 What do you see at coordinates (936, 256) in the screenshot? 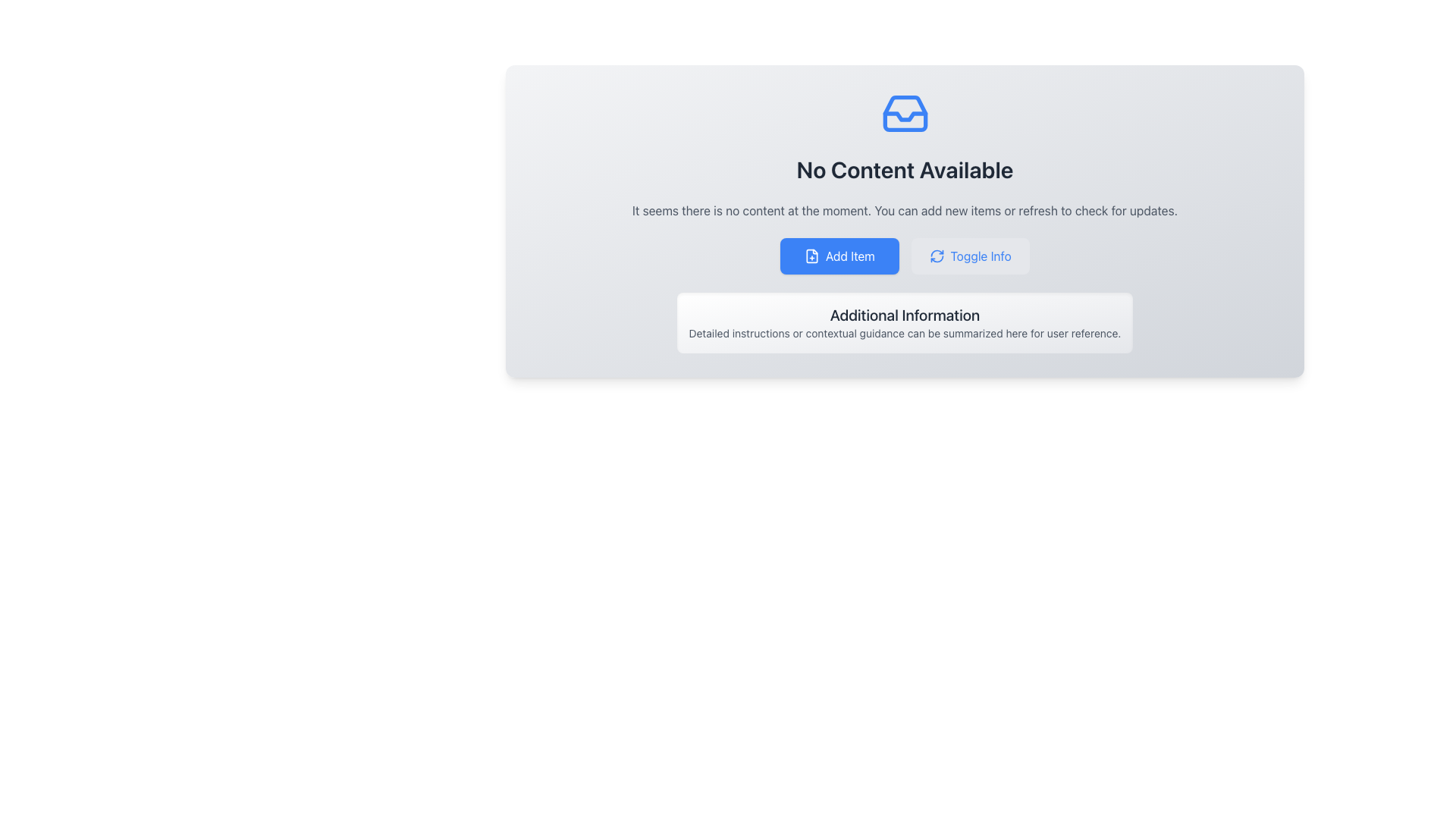
I see `the circular arrow icon representing a refresh or toggle action, which is located to the left of the 'Toggle Info' text within a button component` at bounding box center [936, 256].